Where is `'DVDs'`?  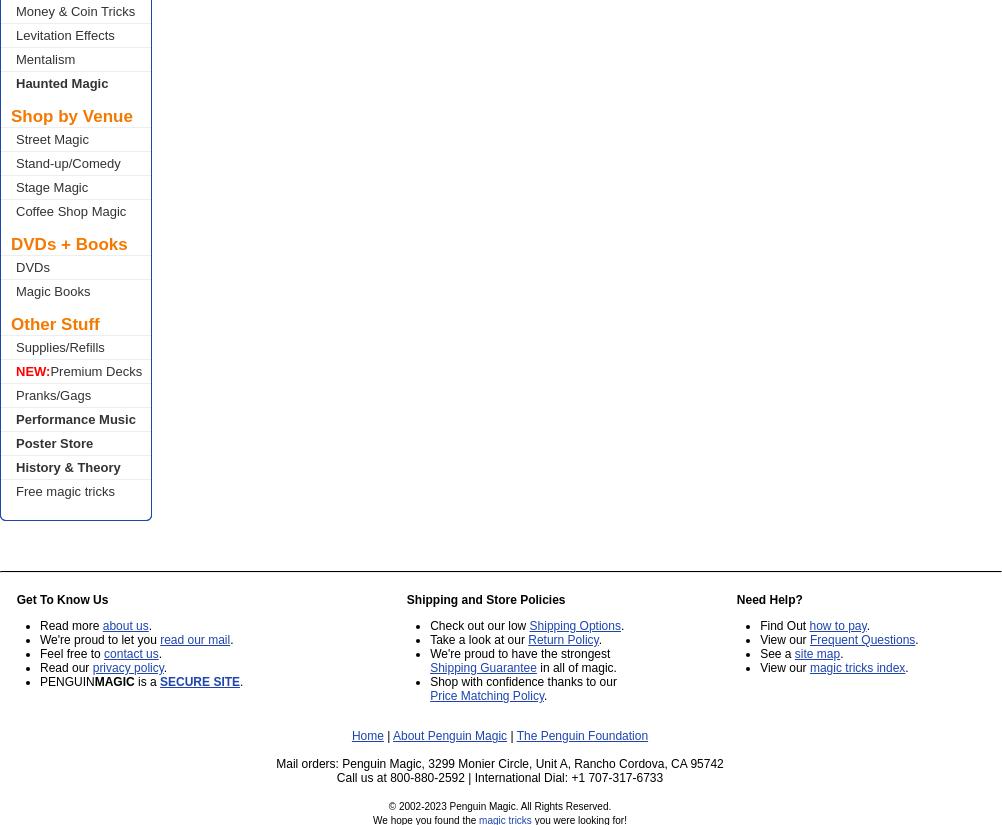
'DVDs' is located at coordinates (16, 266).